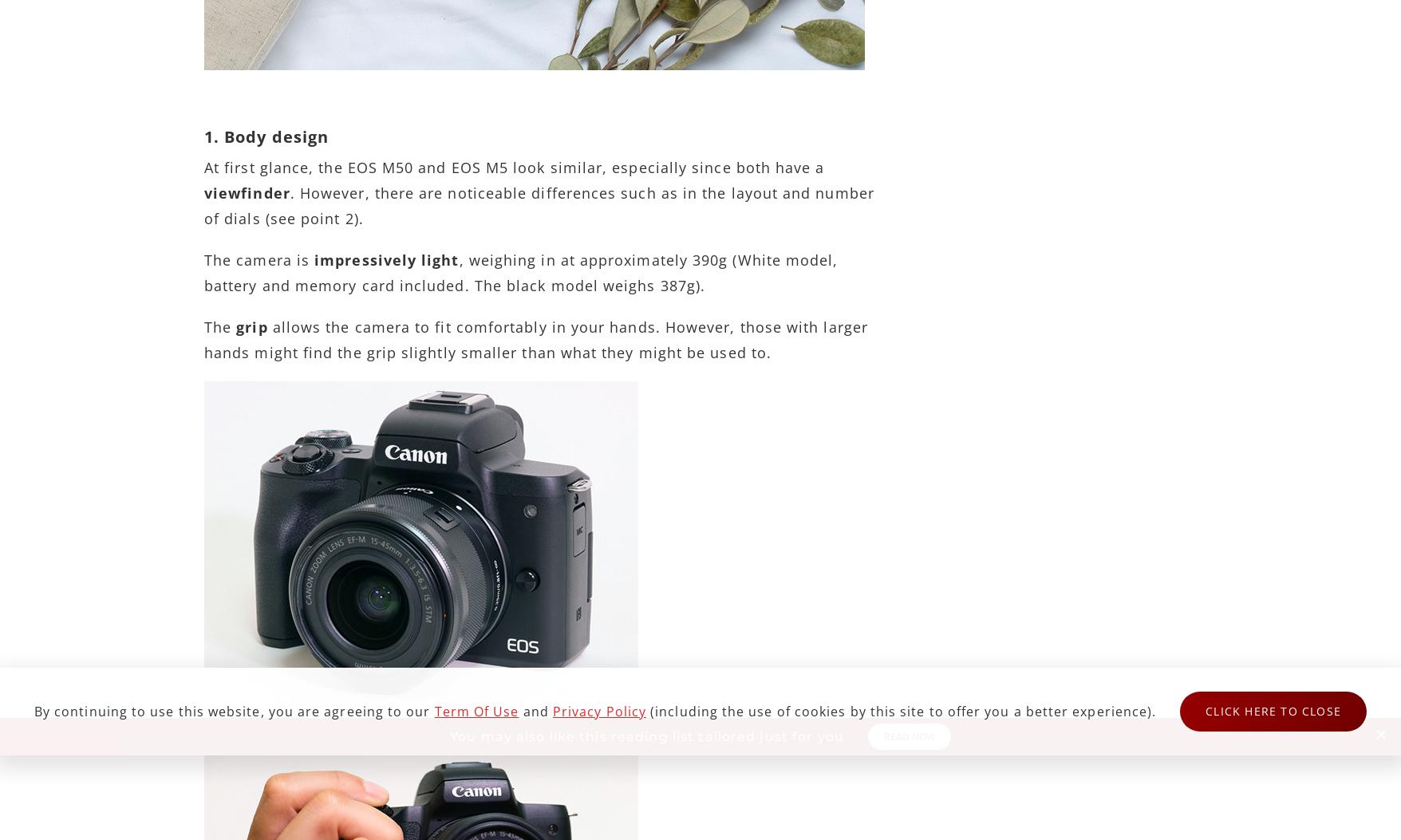 This screenshot has height=840, width=1401. Describe the element at coordinates (434, 711) in the screenshot. I see `'Term of Use'` at that location.